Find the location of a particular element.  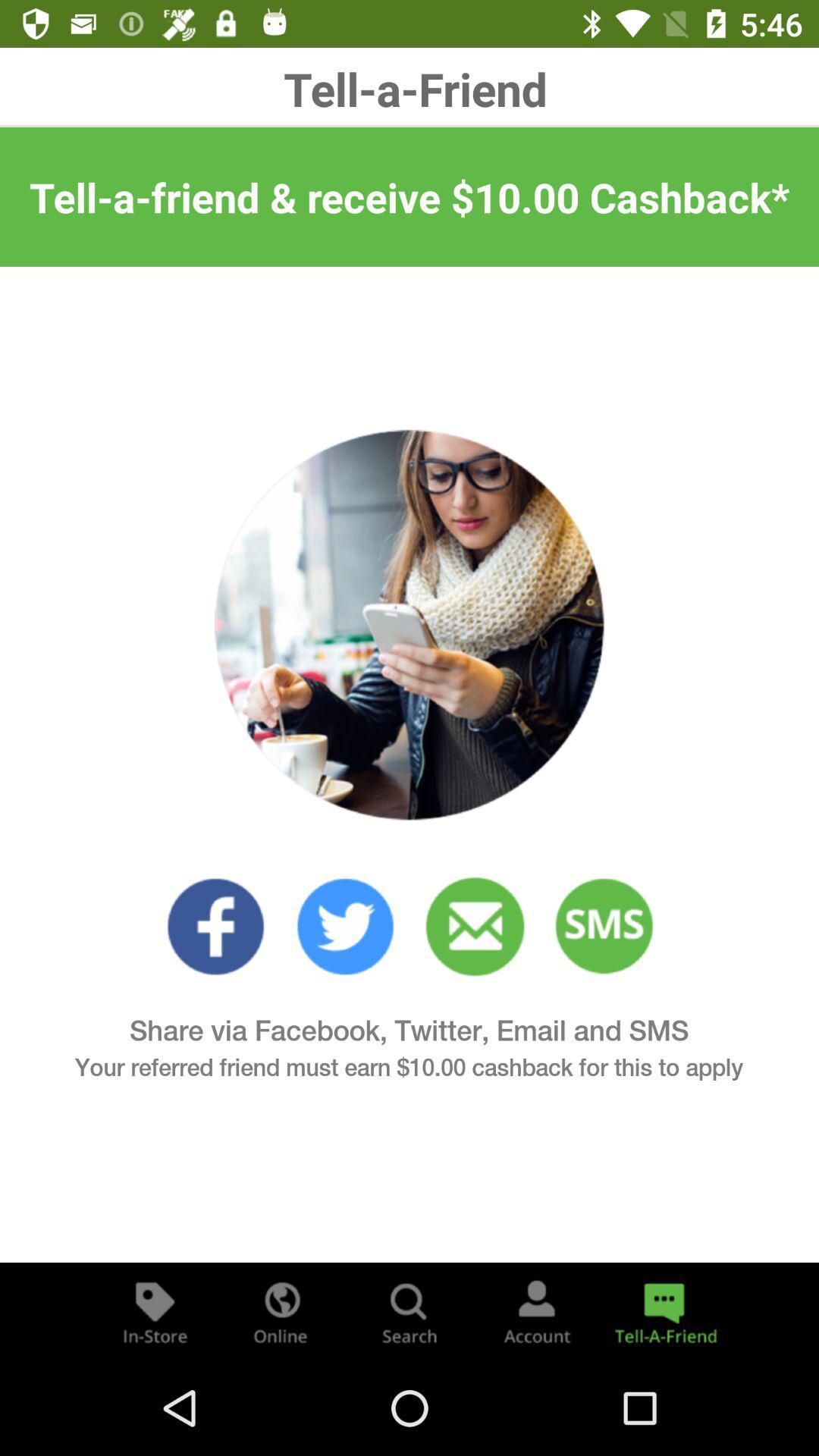

the email icon is located at coordinates (474, 926).